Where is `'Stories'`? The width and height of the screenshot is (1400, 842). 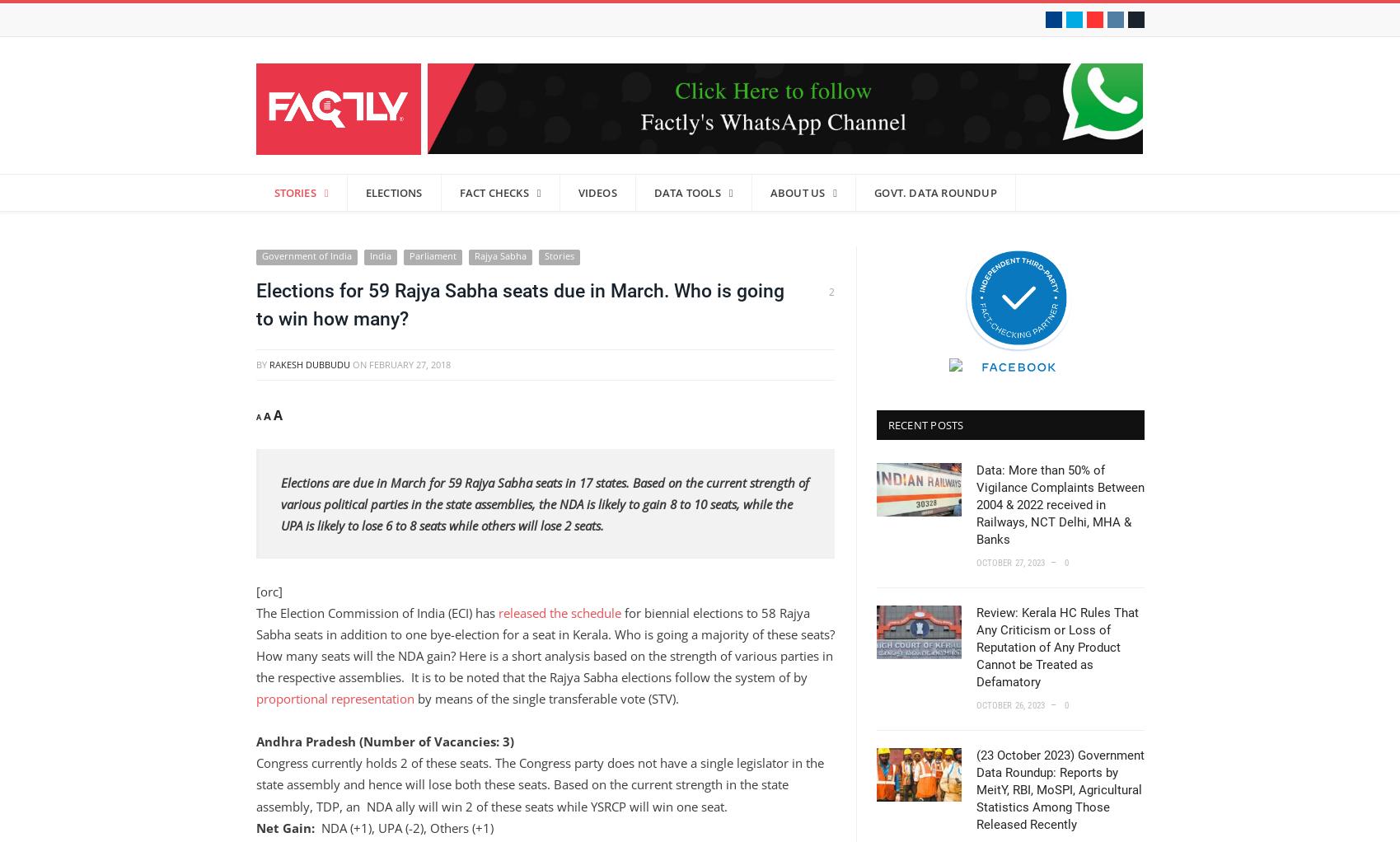
'Stories' is located at coordinates (558, 255).